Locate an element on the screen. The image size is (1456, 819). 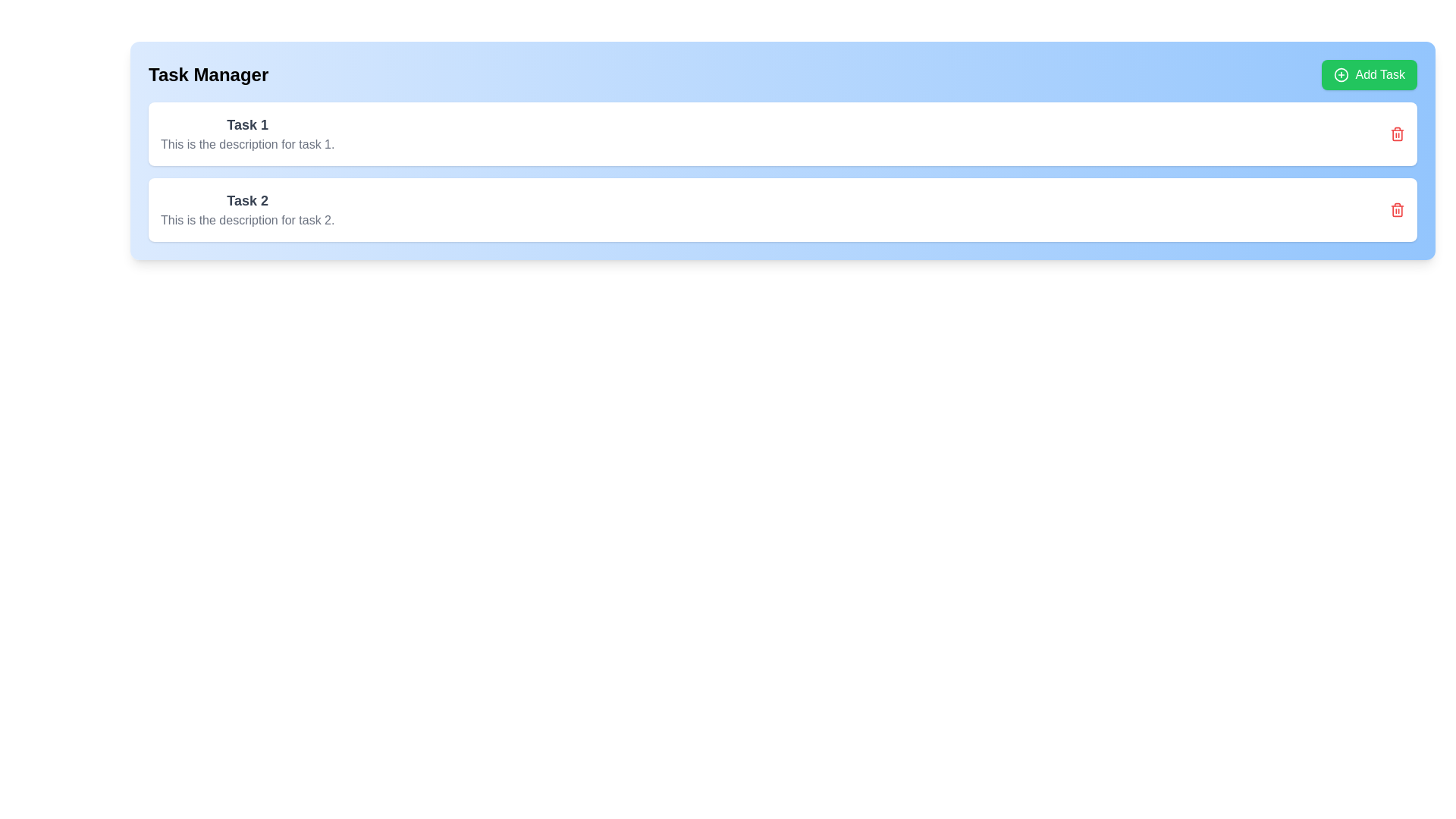
the Text Label that identifies the title of 'Task 1' in the task management interface, located near the top-left of the task section is located at coordinates (247, 124).